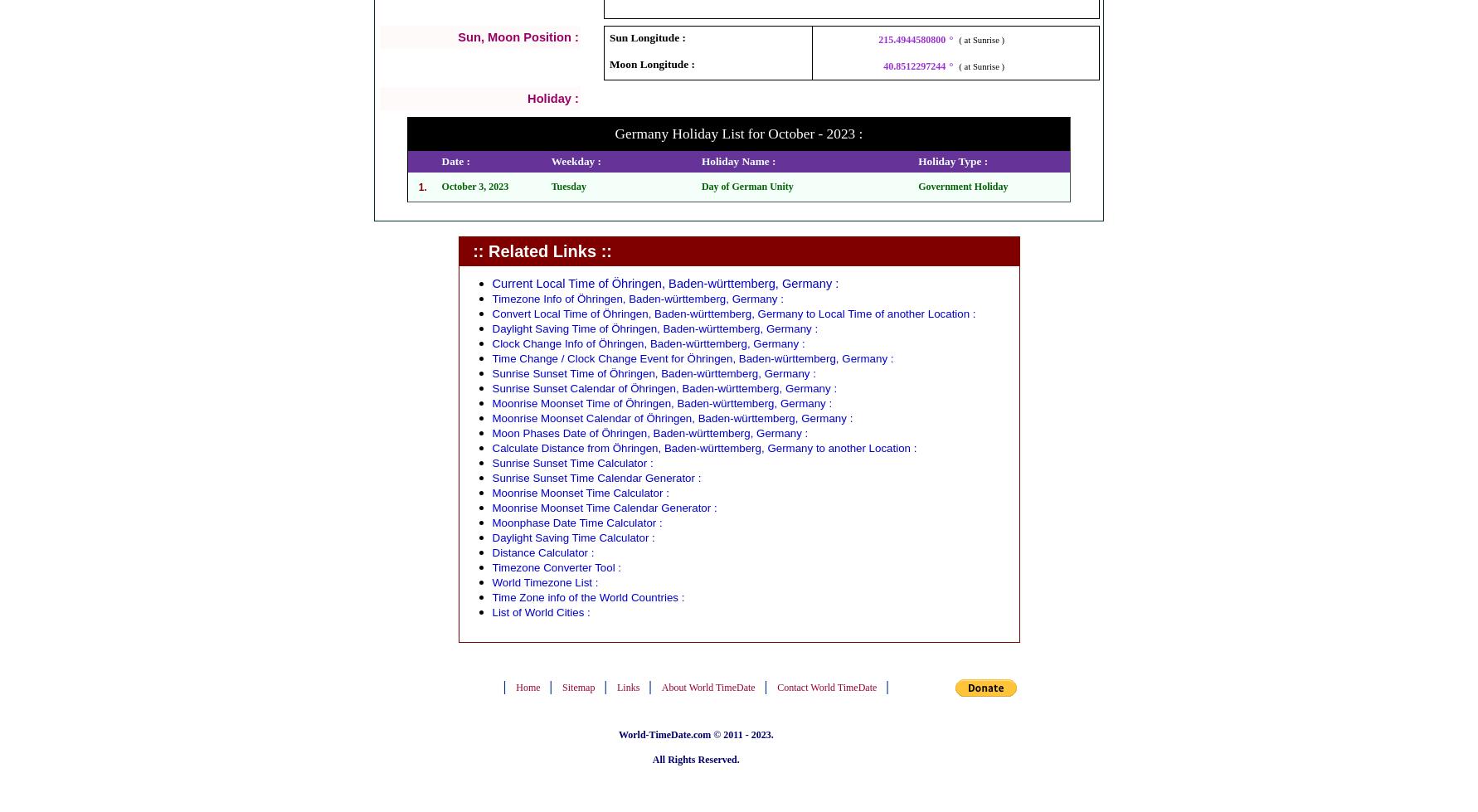 This screenshot has width=1478, height=812. Describe the element at coordinates (671, 416) in the screenshot. I see `'Moonrise Moonset Calendar of Öhringen, Baden-württemberg, Germany :'` at that location.